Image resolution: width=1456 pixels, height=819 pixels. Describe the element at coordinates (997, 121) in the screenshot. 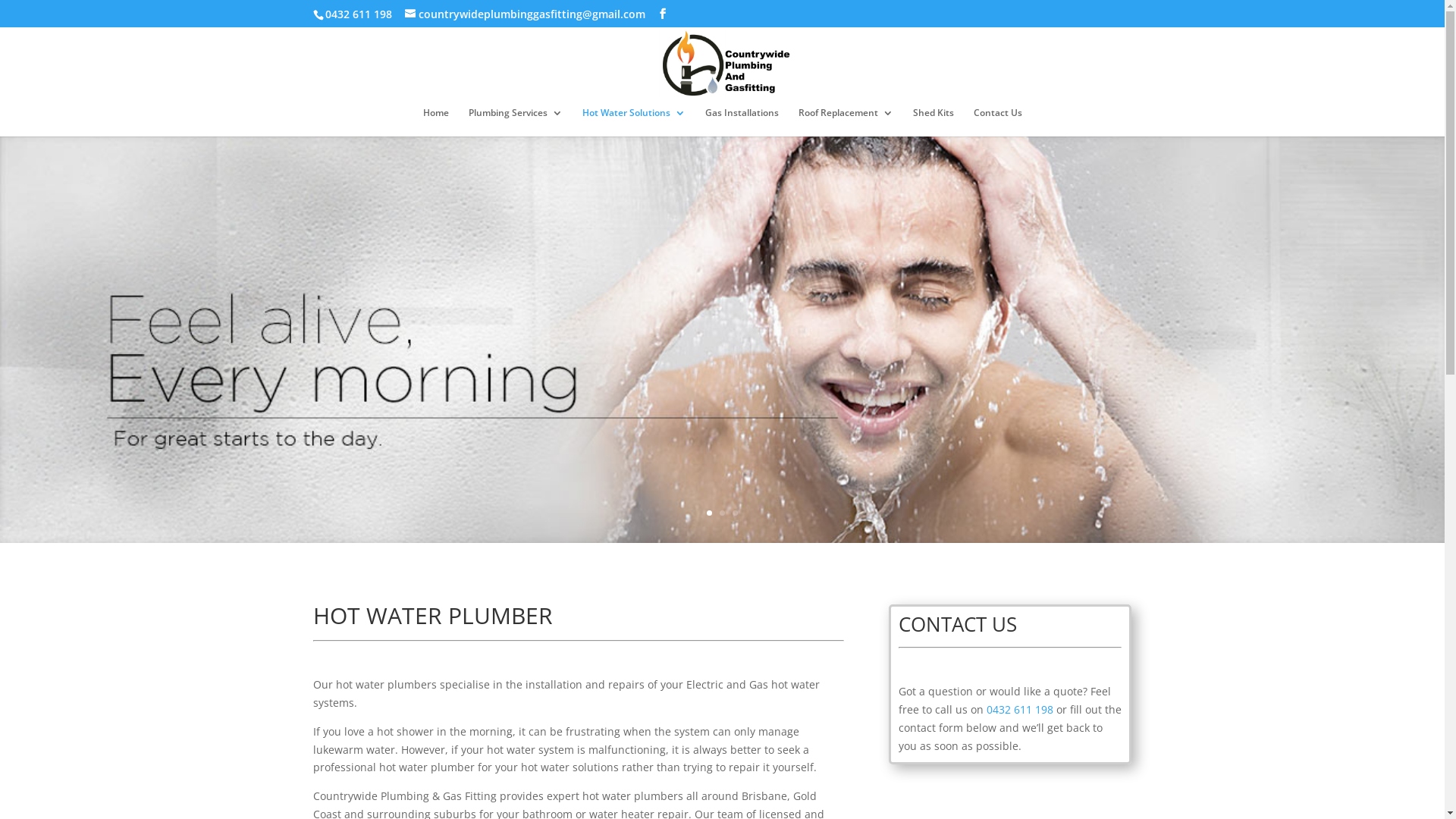

I see `'Contact Us'` at that location.